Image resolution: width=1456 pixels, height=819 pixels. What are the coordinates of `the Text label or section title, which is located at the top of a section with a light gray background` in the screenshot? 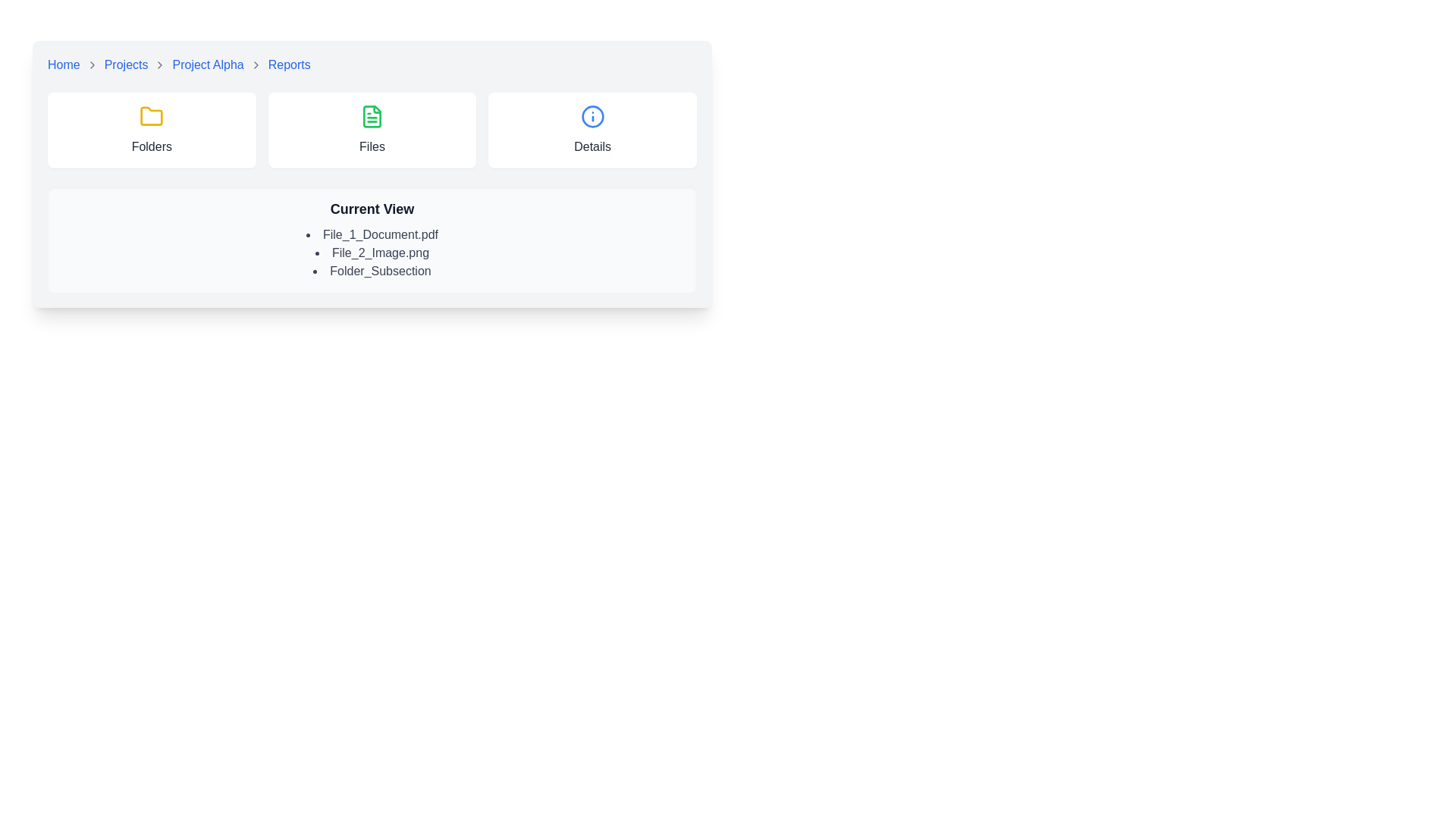 It's located at (372, 209).